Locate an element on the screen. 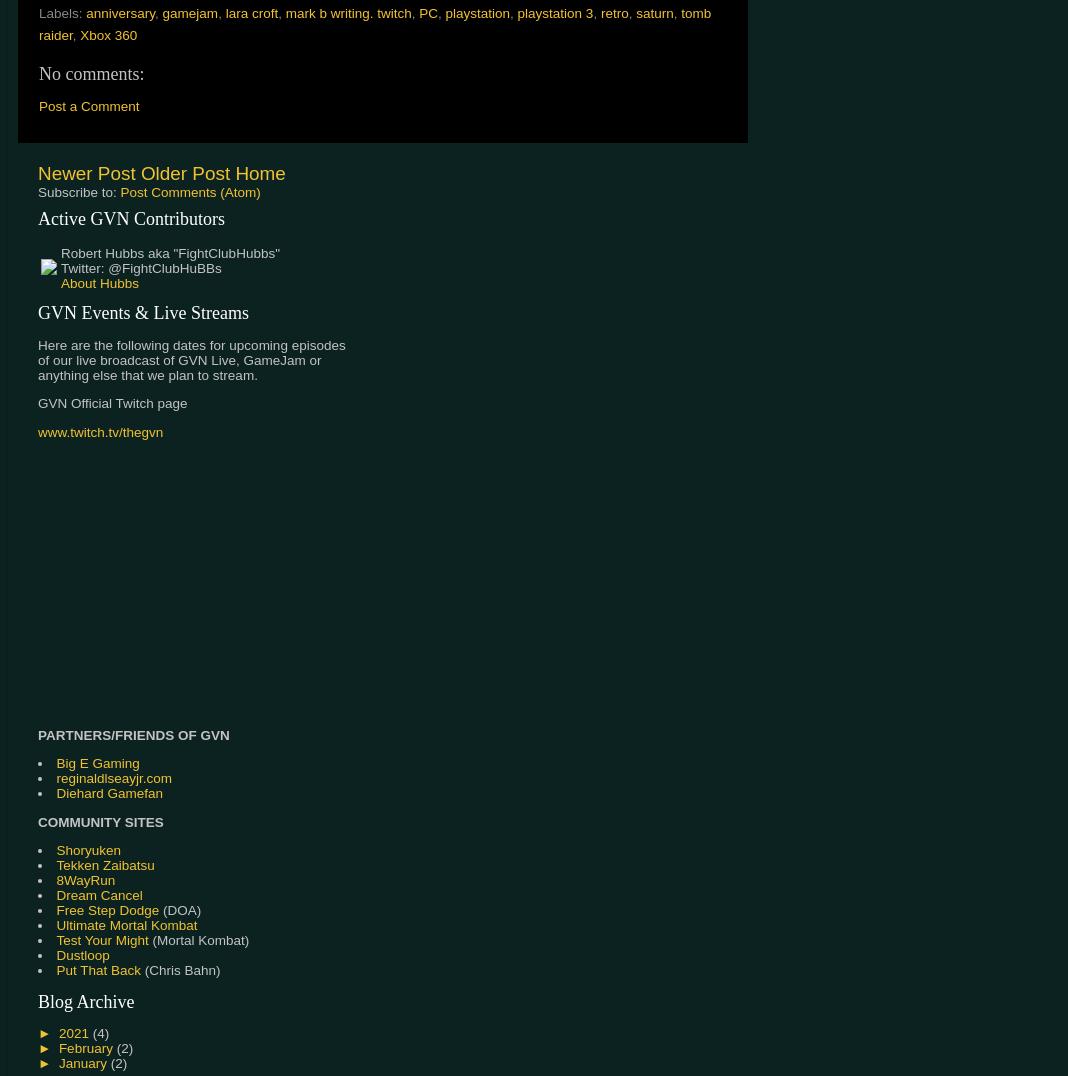 The height and width of the screenshot is (1076, 1068). 'Home' is located at coordinates (259, 173).